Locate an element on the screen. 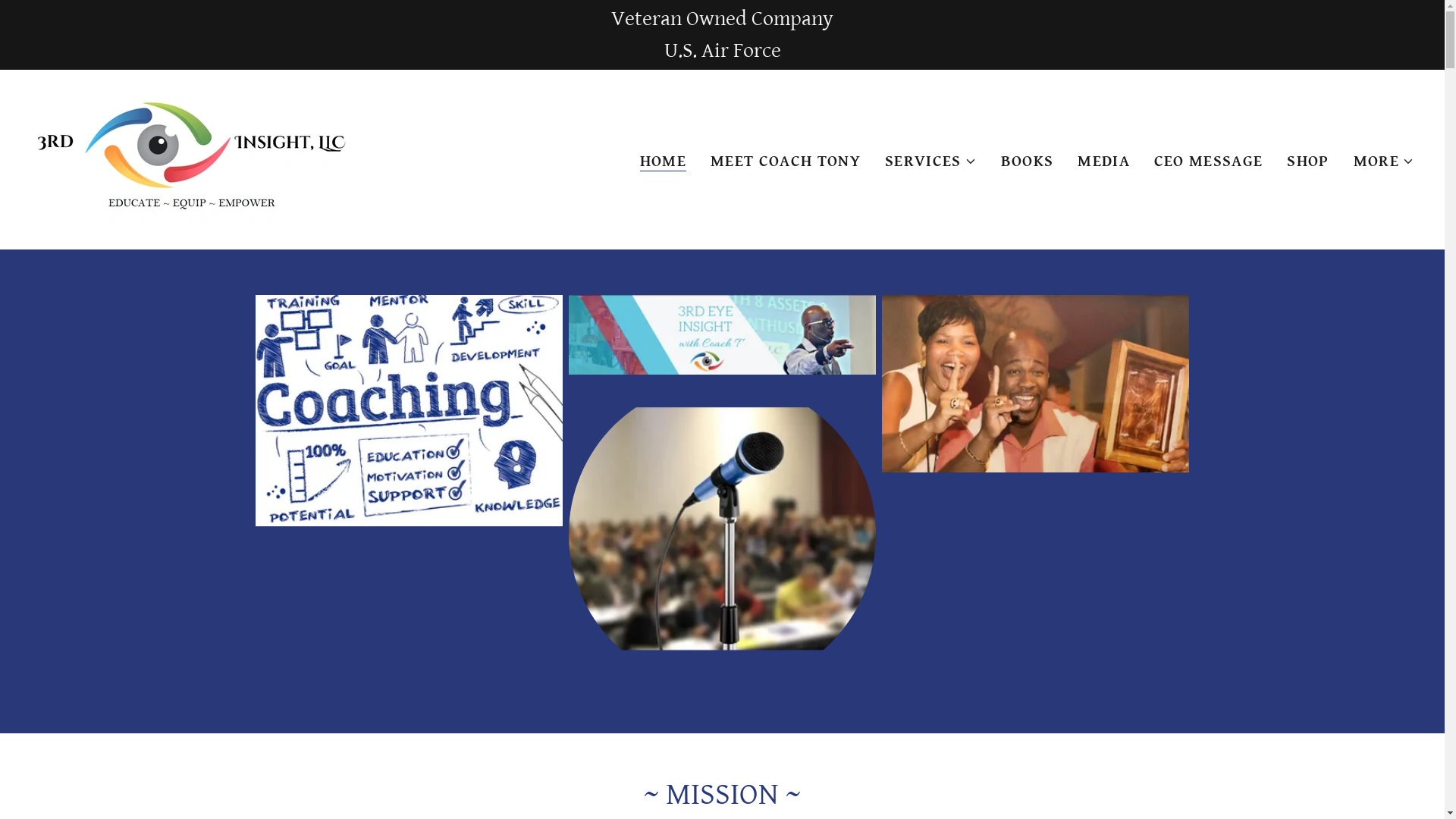  'MEET COACH TONY' is located at coordinates (786, 161).